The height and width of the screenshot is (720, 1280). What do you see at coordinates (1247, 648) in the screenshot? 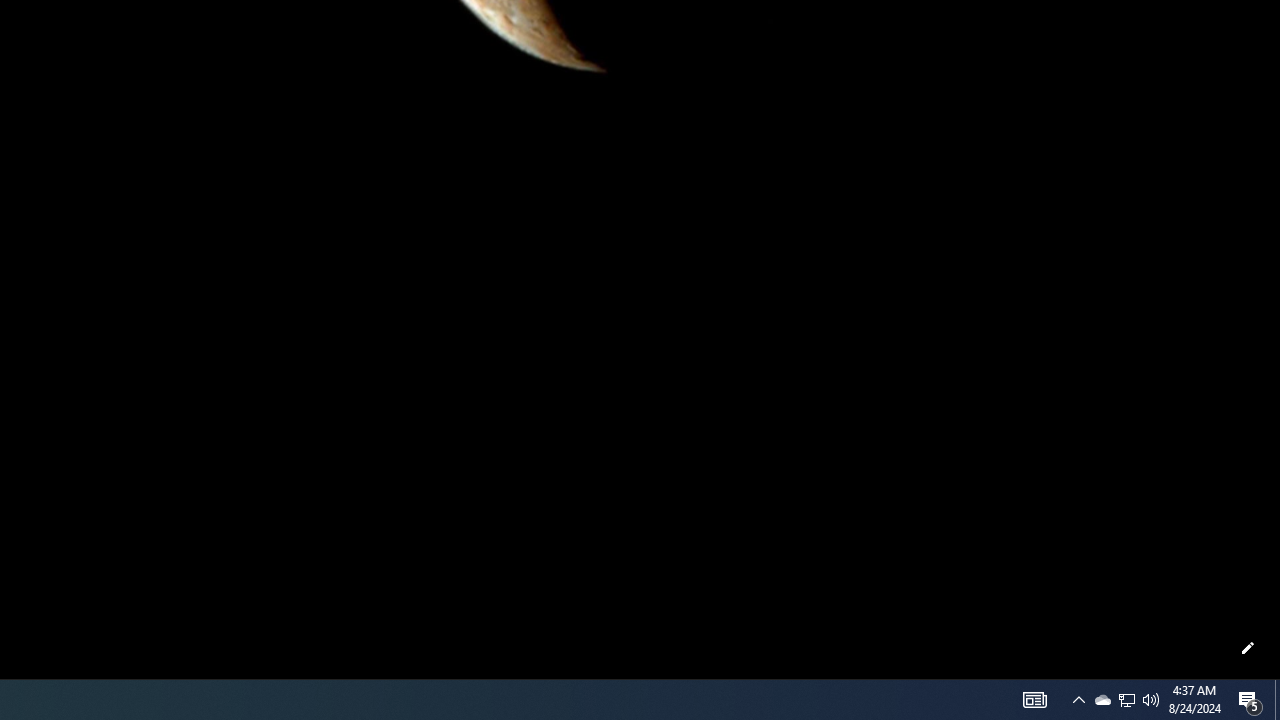
I see `'Customize this page'` at bounding box center [1247, 648].